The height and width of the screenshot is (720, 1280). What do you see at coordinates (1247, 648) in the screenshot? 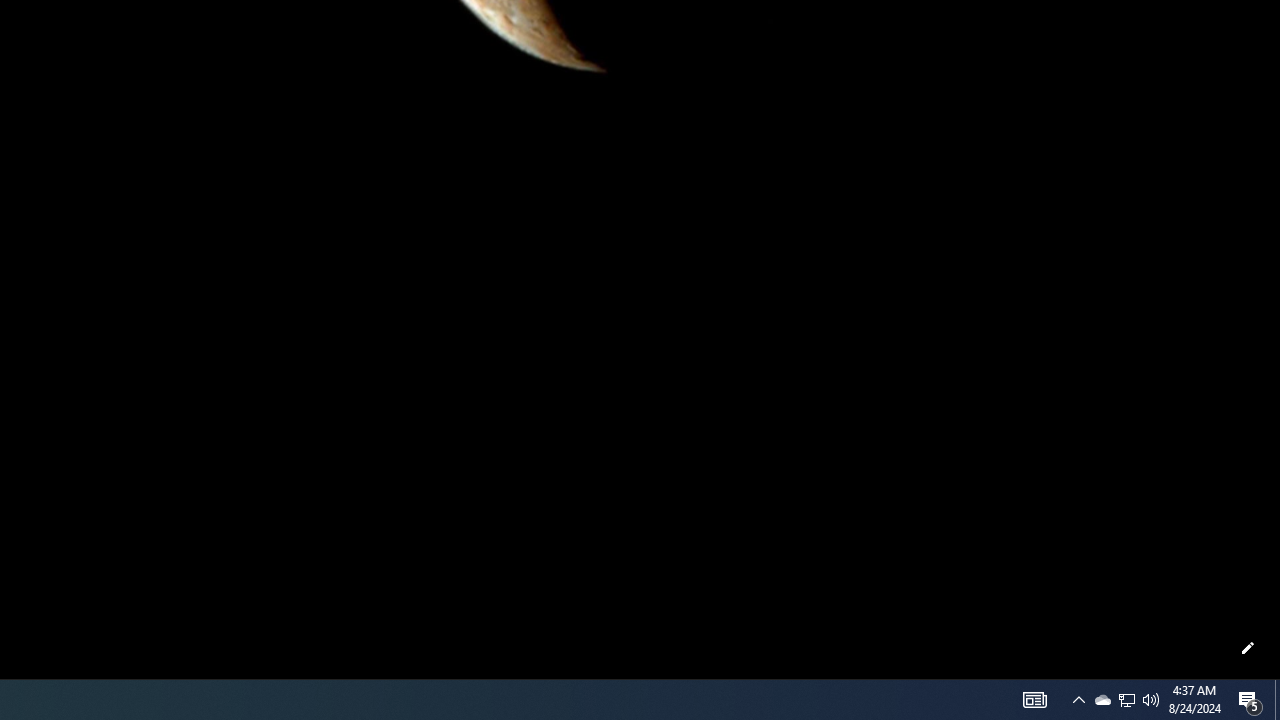
I see `'Customize this page'` at bounding box center [1247, 648].